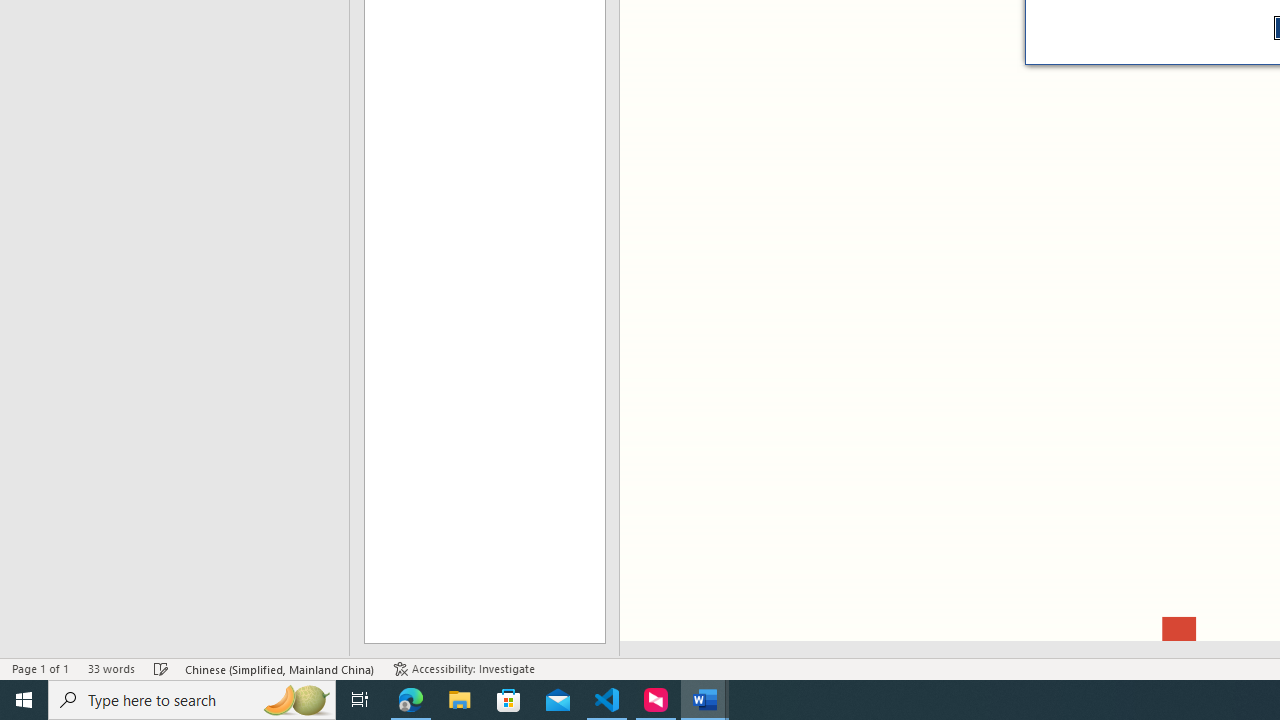 The width and height of the screenshot is (1280, 720). Describe the element at coordinates (606, 698) in the screenshot. I see `'Visual Studio Code - 1 running window'` at that location.